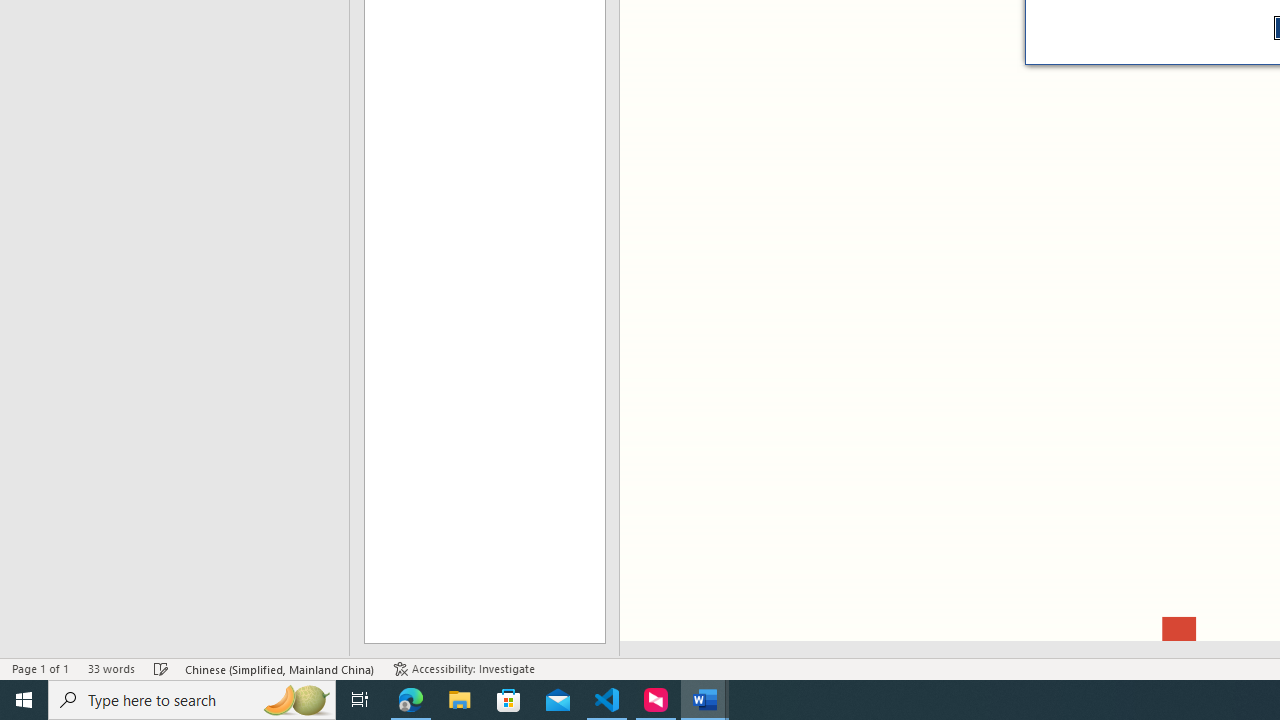 The width and height of the screenshot is (1280, 720). Describe the element at coordinates (606, 698) in the screenshot. I see `'Visual Studio Code - 1 running window'` at that location.